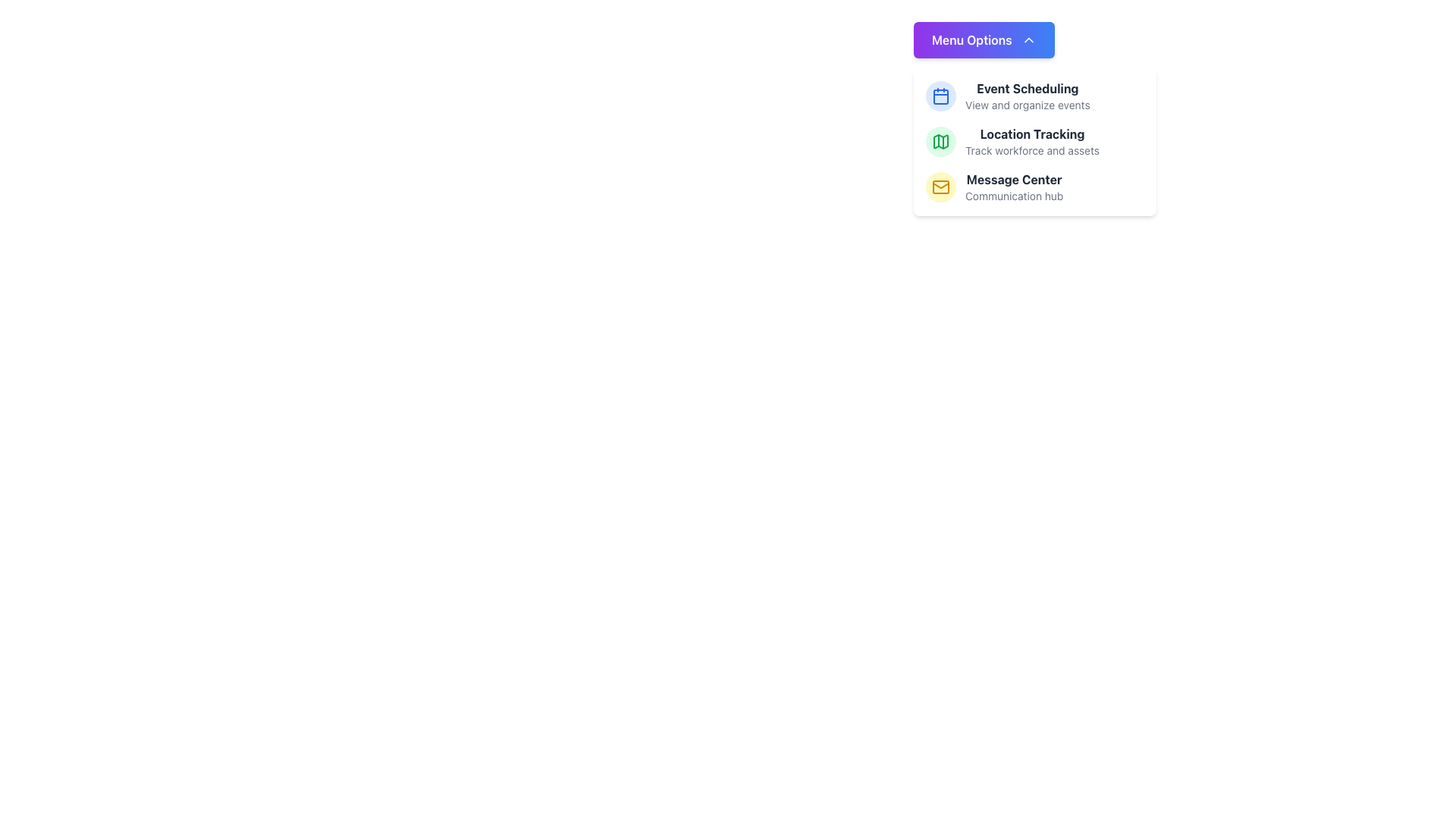 The width and height of the screenshot is (1456, 819). What do you see at coordinates (940, 96) in the screenshot?
I see `the non-interactive icon representing the 'Event Scheduling' menu option, which is the first icon in the vertical menu on the right-hand side of the interface` at bounding box center [940, 96].